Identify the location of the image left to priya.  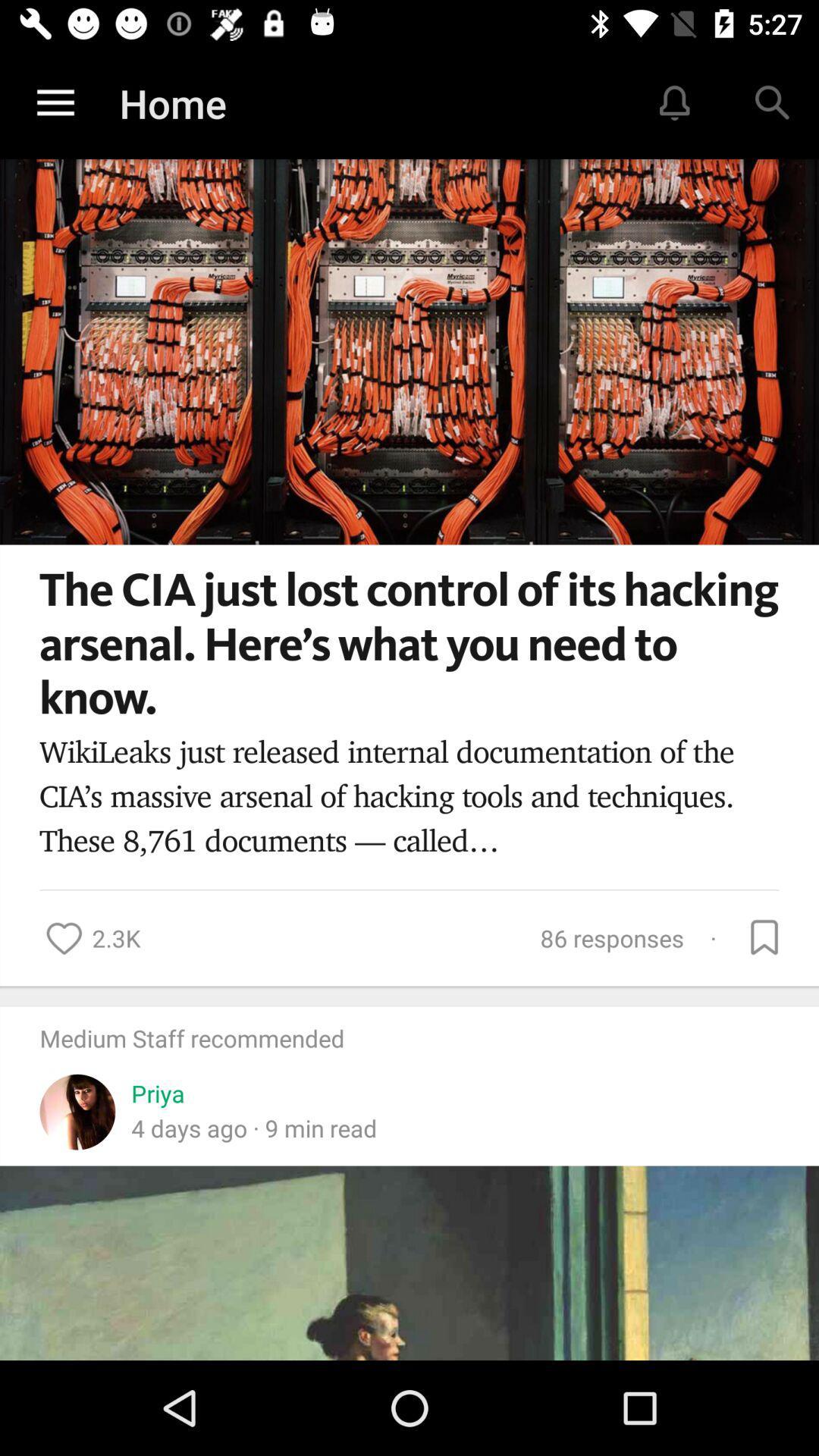
(77, 1103).